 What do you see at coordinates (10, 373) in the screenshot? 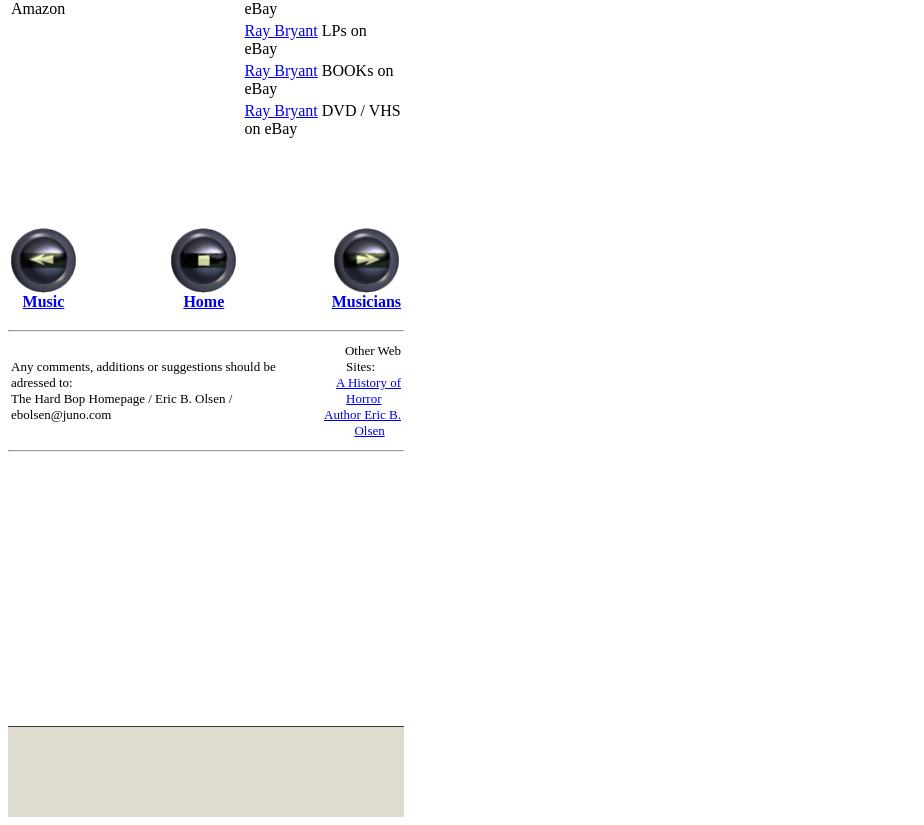
I see `'Any comments, additions or suggestions should be adressed to:'` at bounding box center [10, 373].